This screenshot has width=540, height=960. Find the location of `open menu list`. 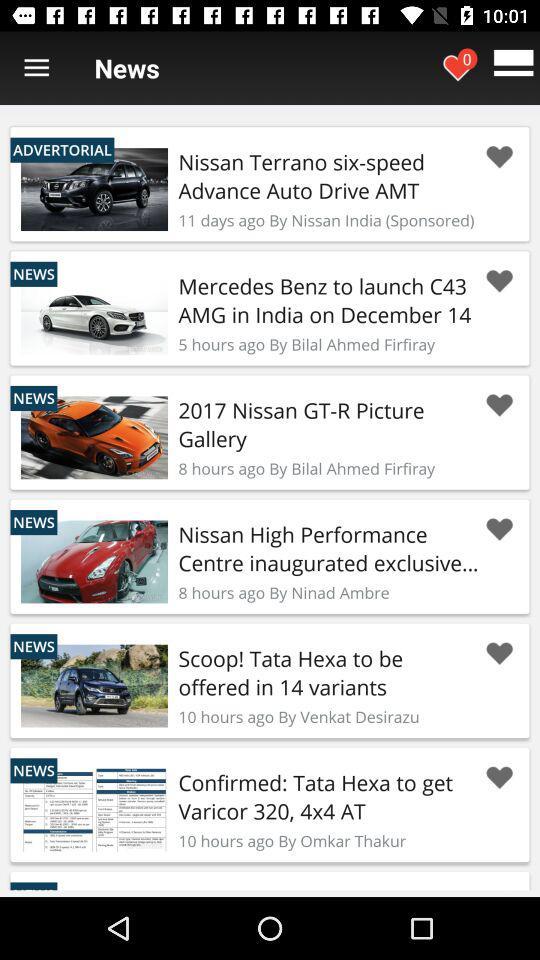

open menu list is located at coordinates (36, 68).